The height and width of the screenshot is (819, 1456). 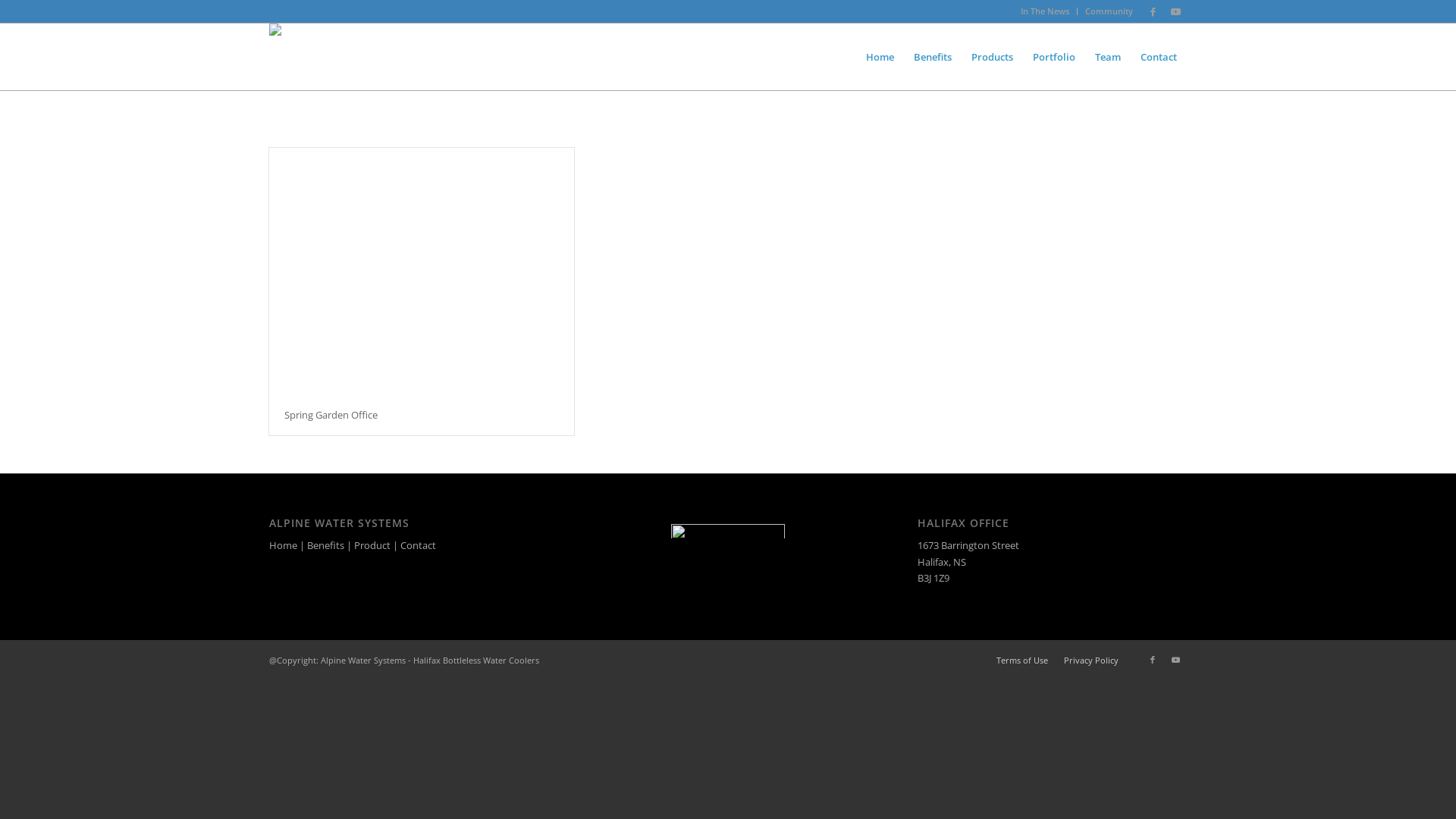 What do you see at coordinates (1109, 11) in the screenshot?
I see `'Community'` at bounding box center [1109, 11].